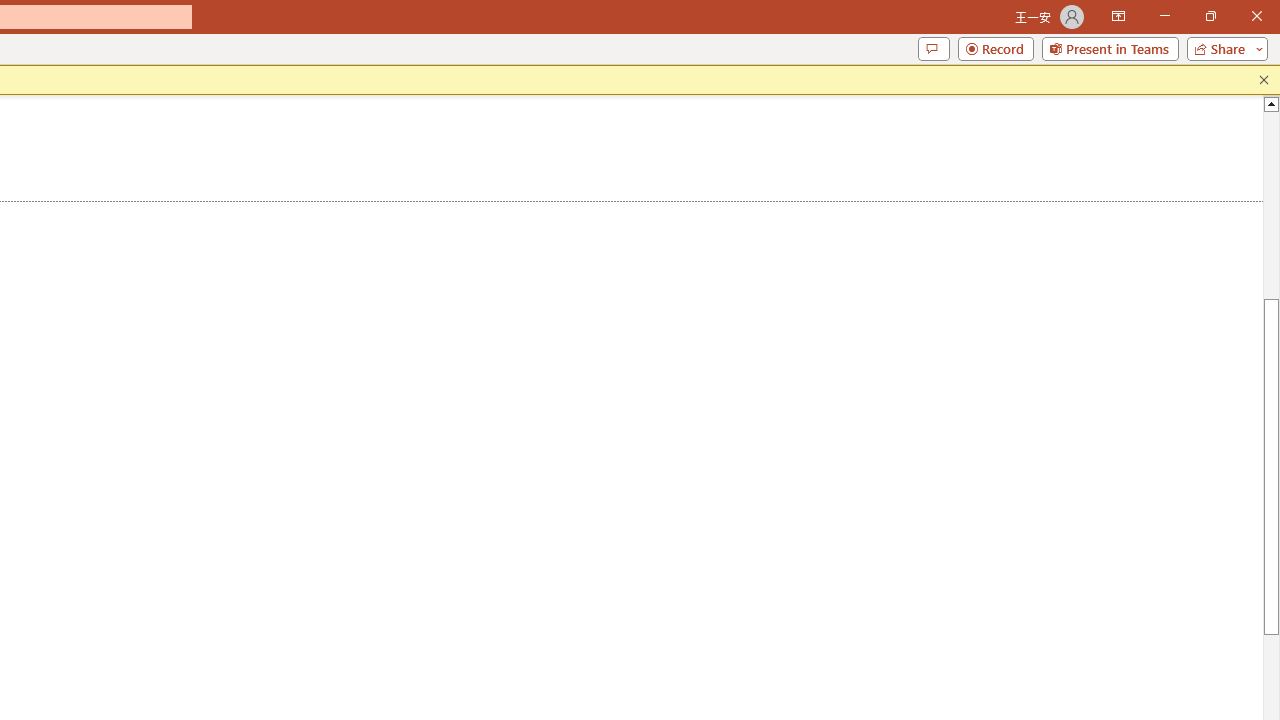  What do you see at coordinates (1263, 79) in the screenshot?
I see `'Close this message'` at bounding box center [1263, 79].